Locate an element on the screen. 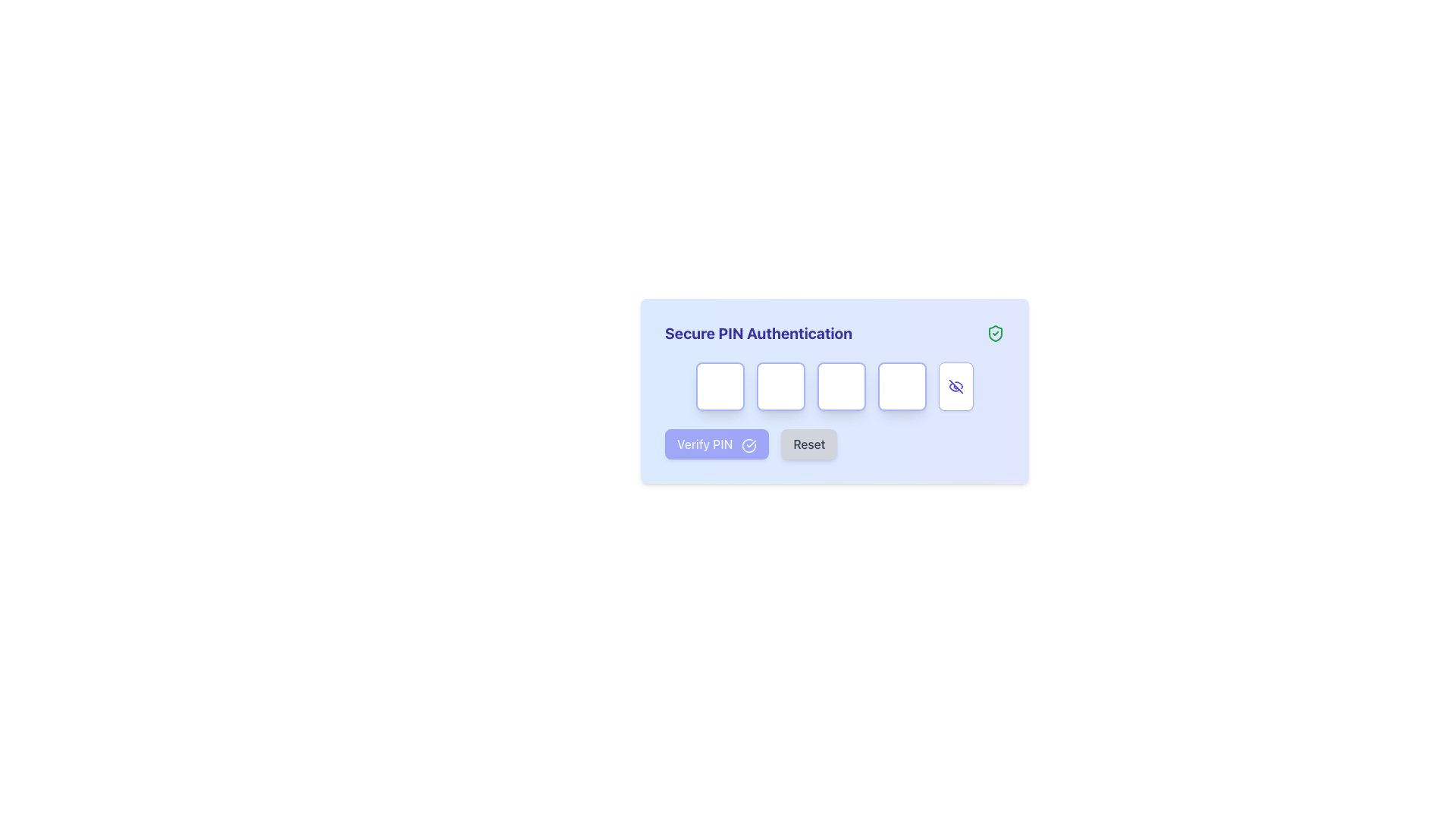  the confirmation icon located to the right of the 'Verify PIN' button, which indicates success or confirmation is located at coordinates (749, 444).